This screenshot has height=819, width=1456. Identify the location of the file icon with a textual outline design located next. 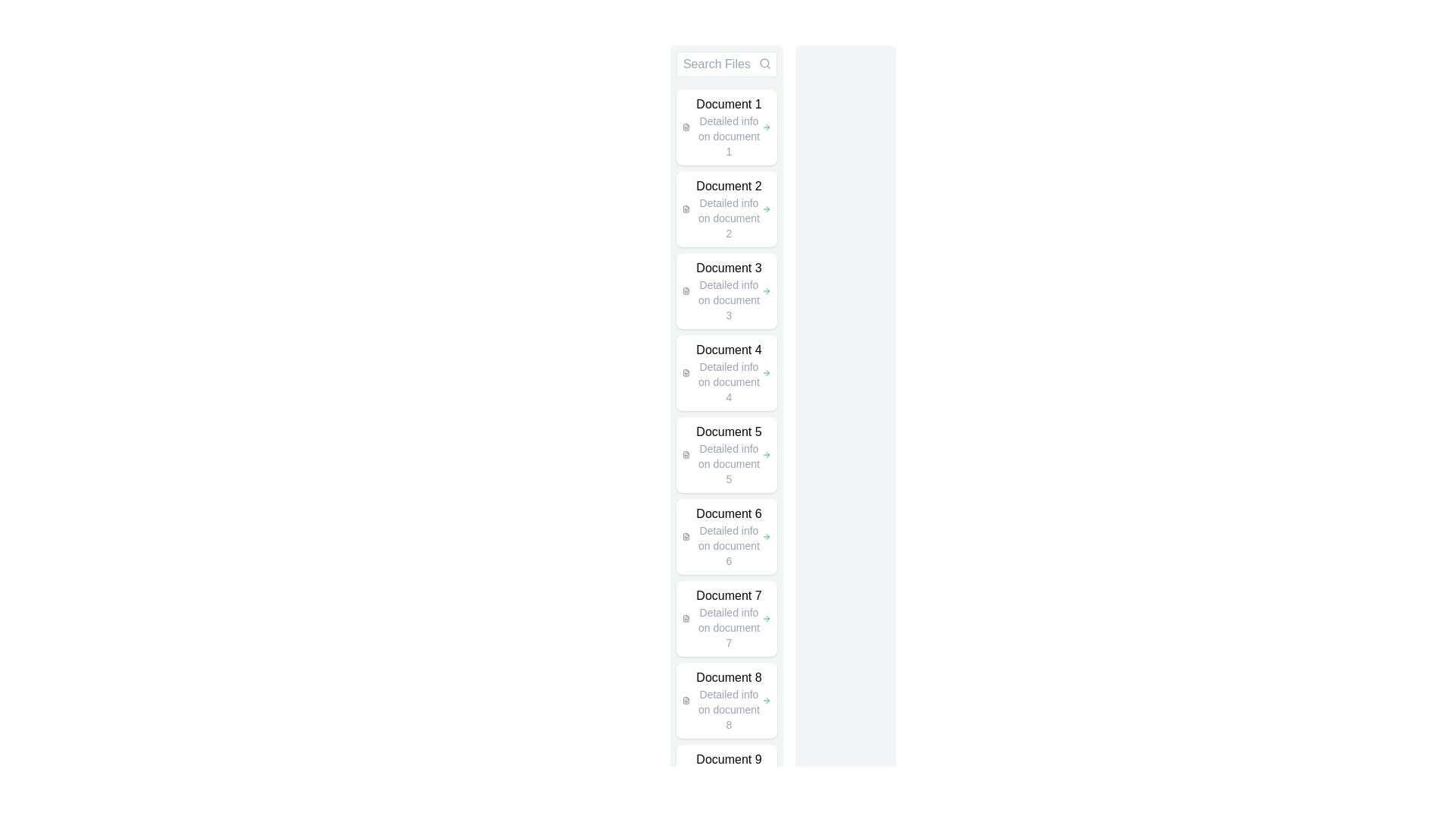
(685, 454).